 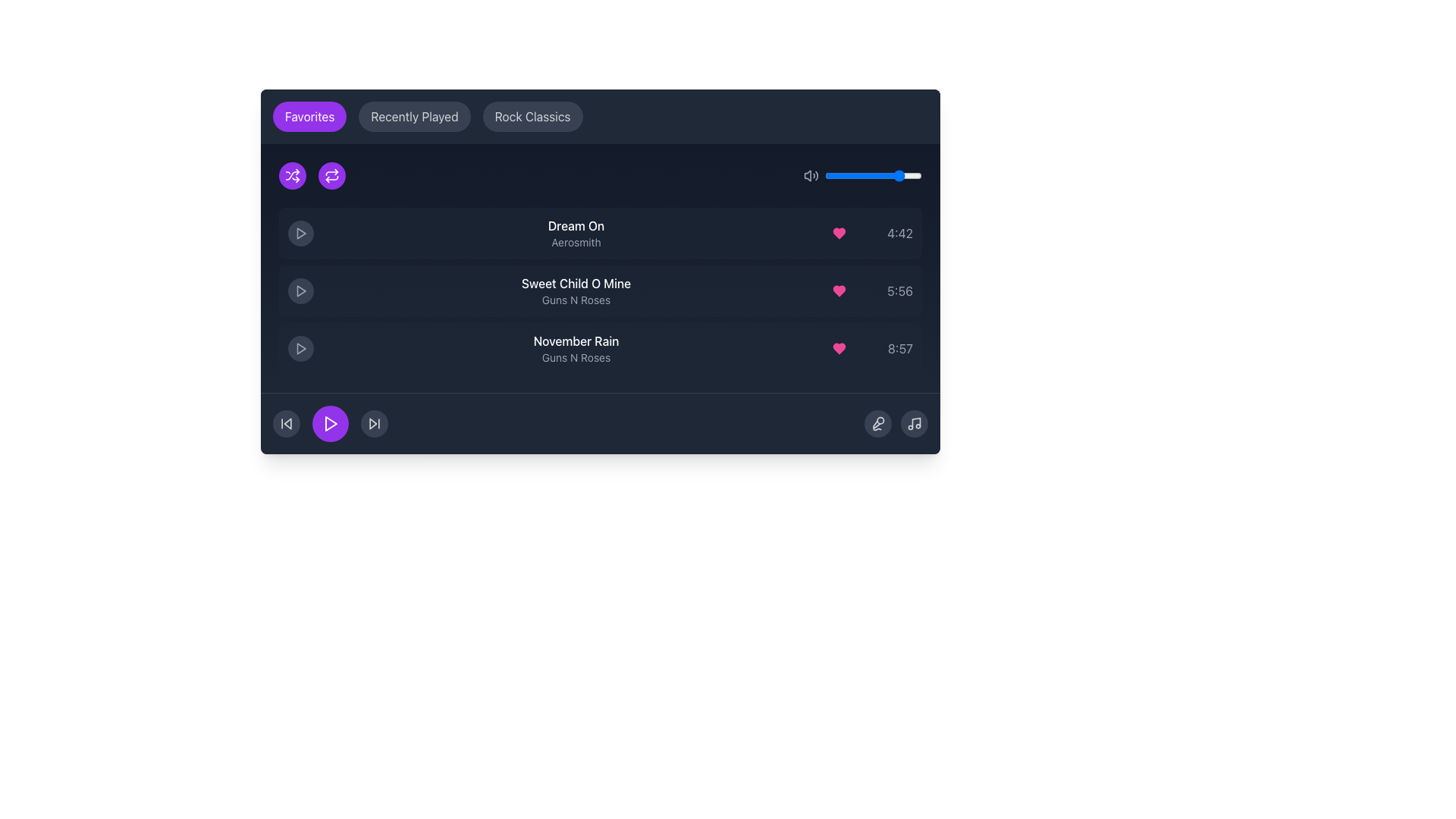 What do you see at coordinates (575, 341) in the screenshot?
I see `text label for the song title 'November Rain' in the playlist, which is located in the third row, above the artist information 'Guns N Roses'` at bounding box center [575, 341].